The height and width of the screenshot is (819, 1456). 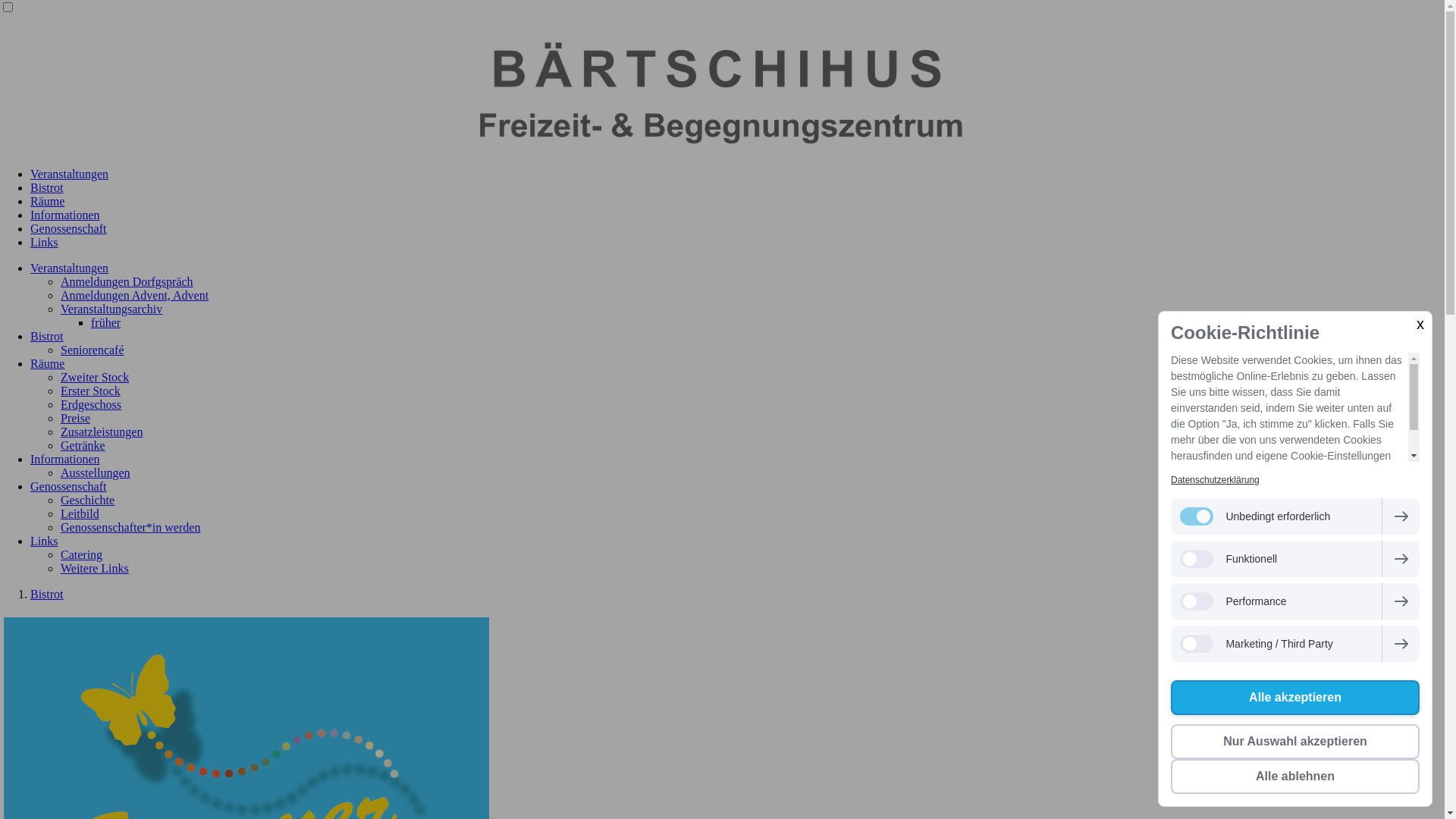 What do you see at coordinates (93, 568) in the screenshot?
I see `'Weitere Links'` at bounding box center [93, 568].